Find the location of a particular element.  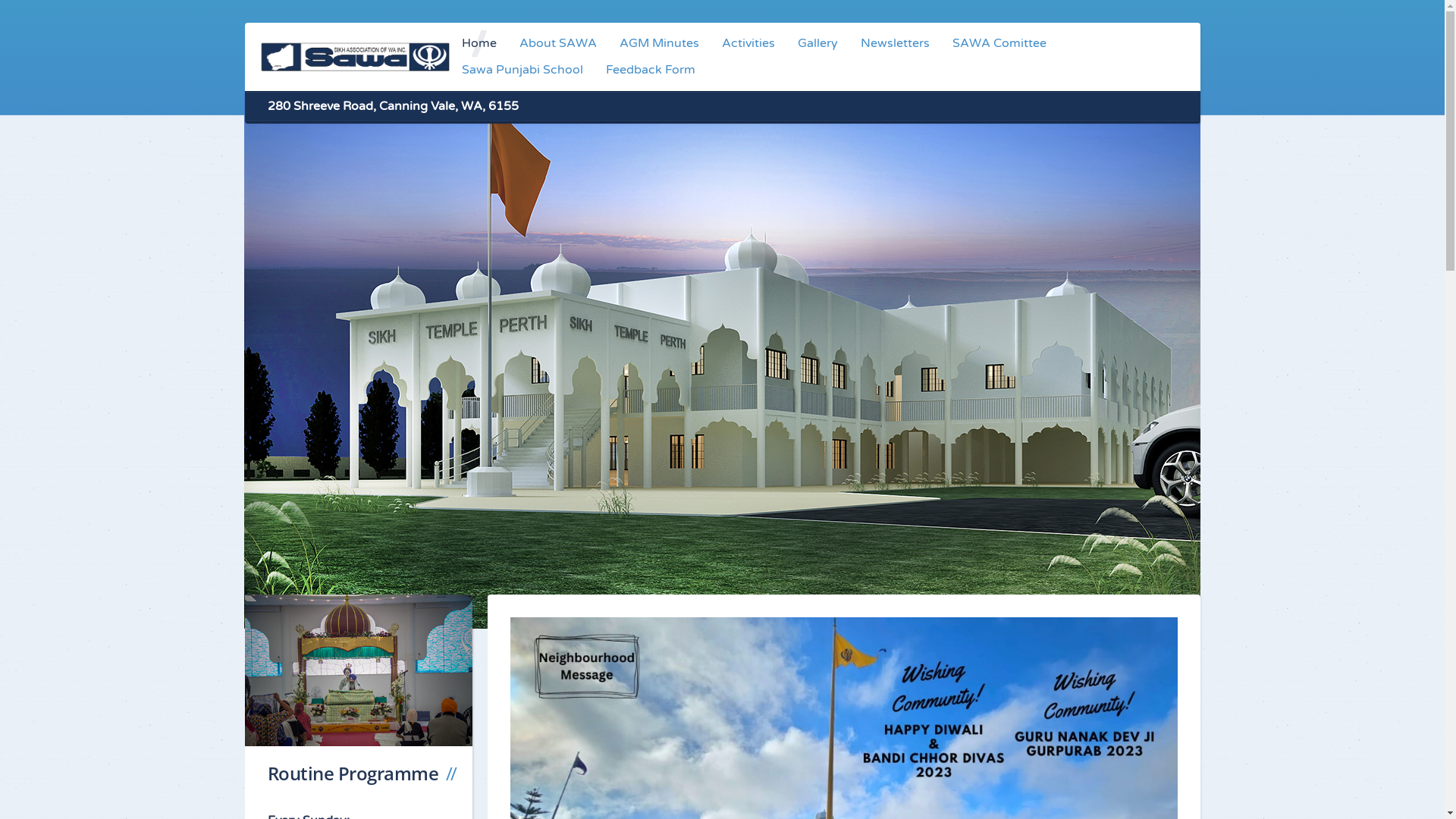

'Home' is located at coordinates (479, 42).